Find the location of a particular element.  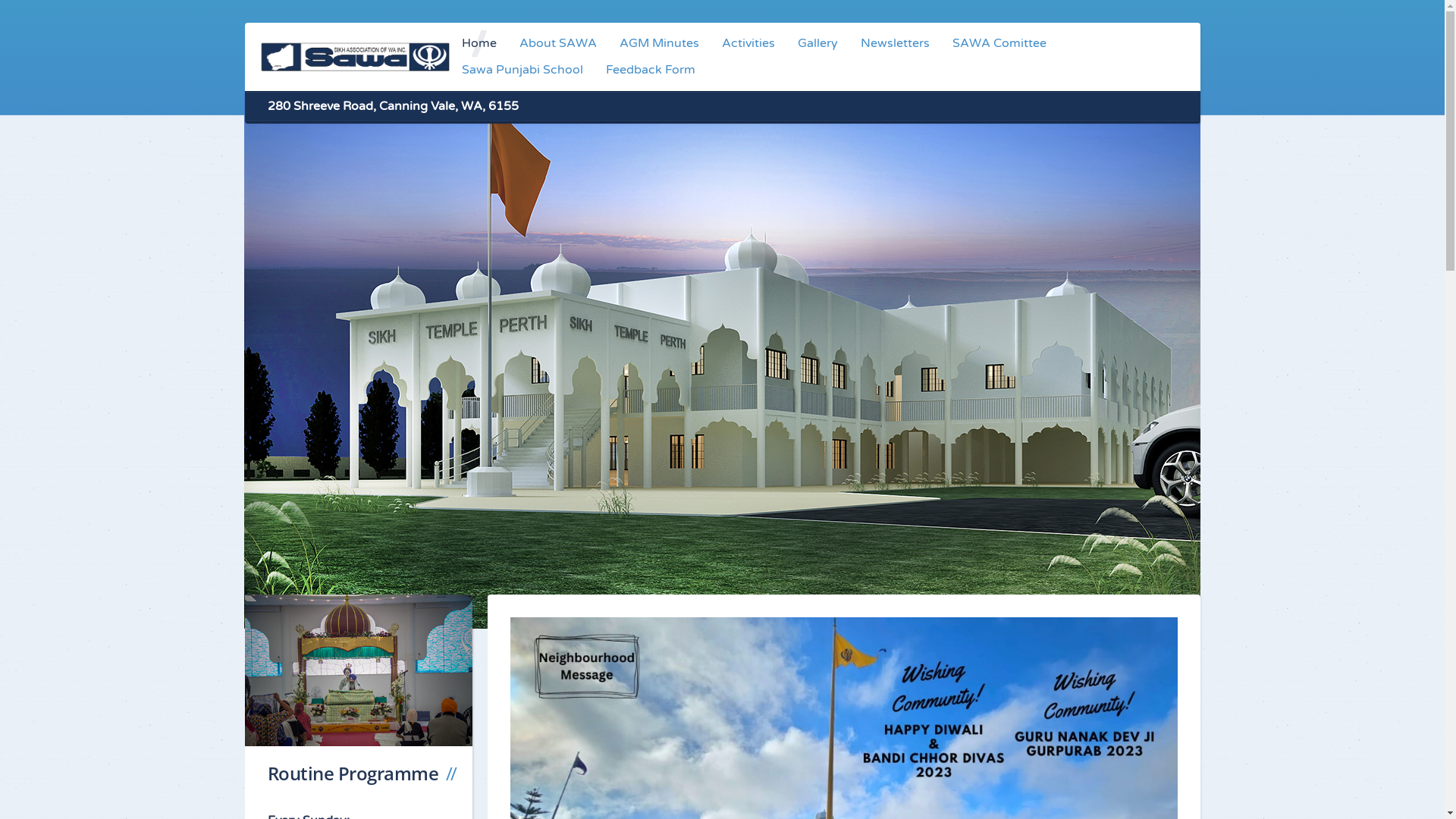

'Home' is located at coordinates (479, 42).